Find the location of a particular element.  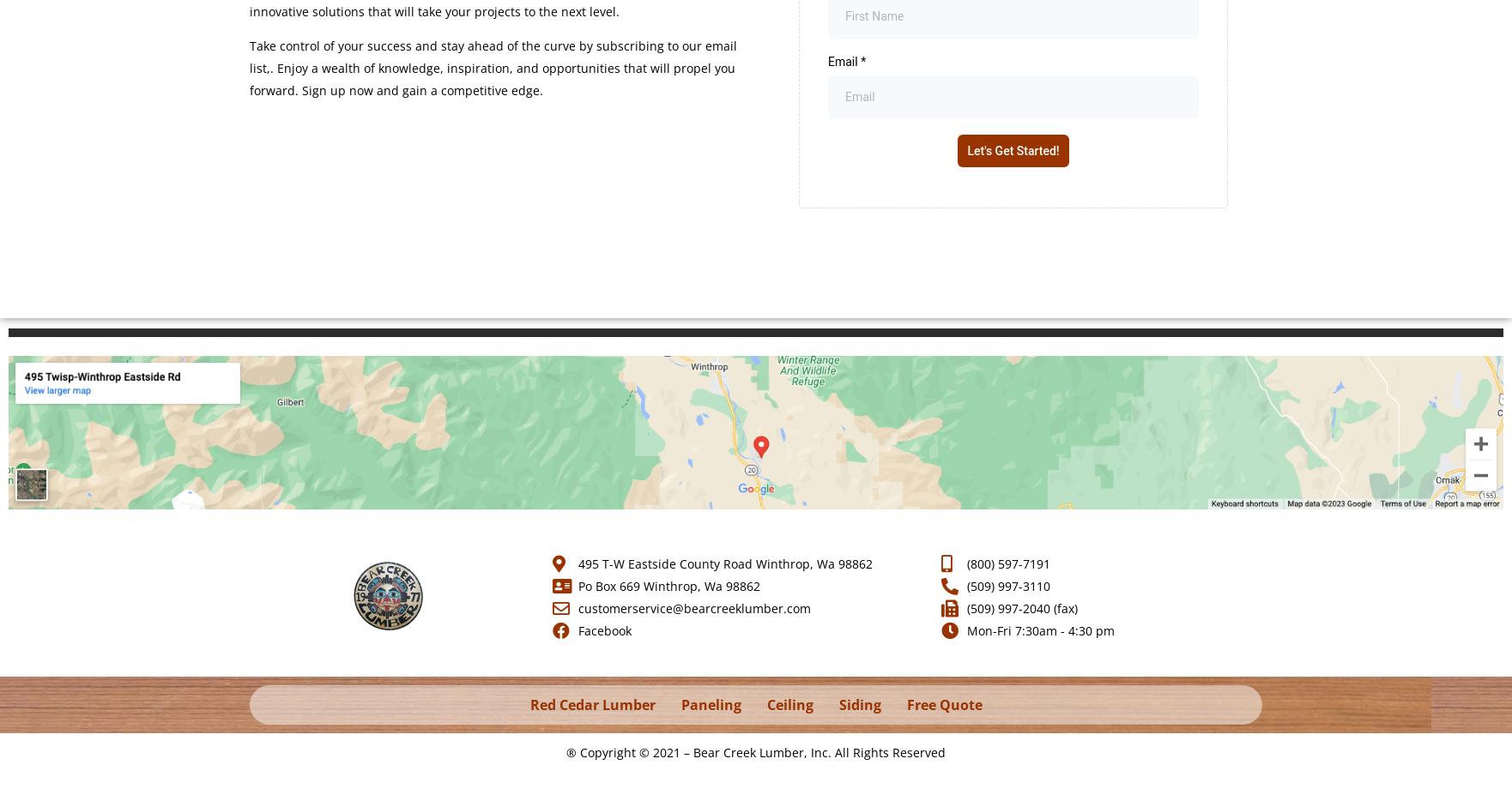

'(800) 597-7191' is located at coordinates (1007, 562).